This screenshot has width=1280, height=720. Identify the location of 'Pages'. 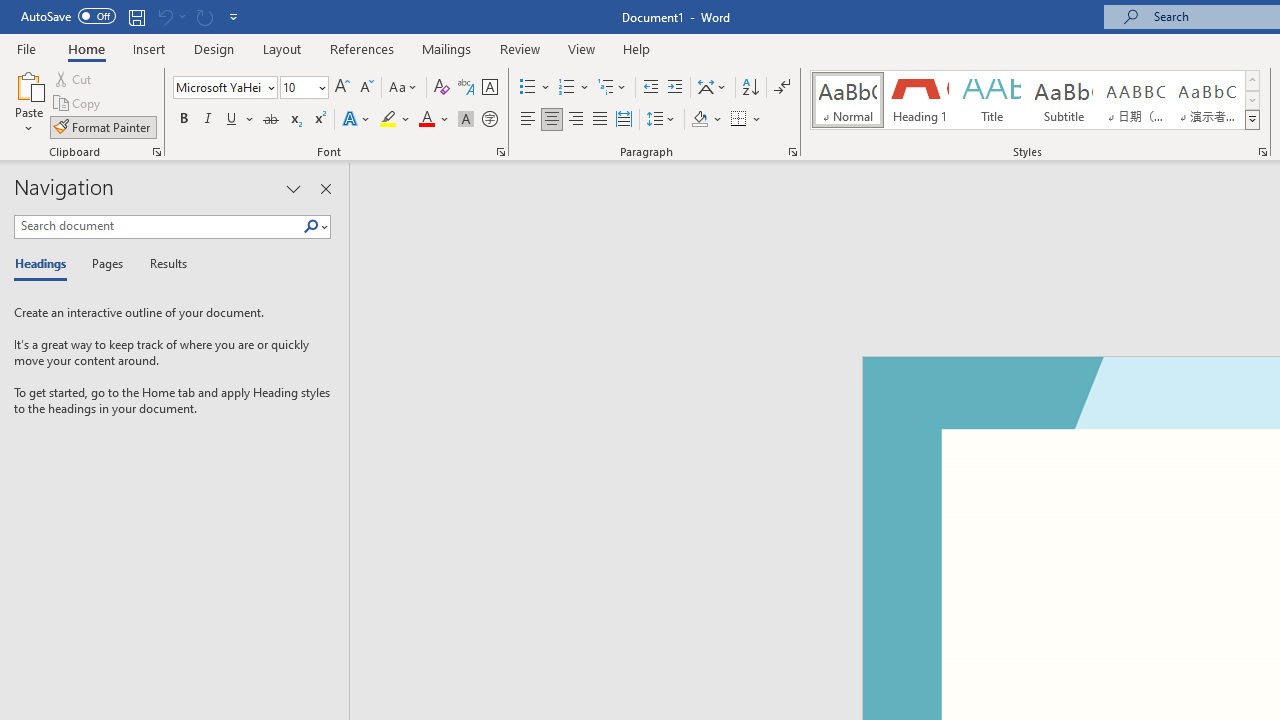
(104, 264).